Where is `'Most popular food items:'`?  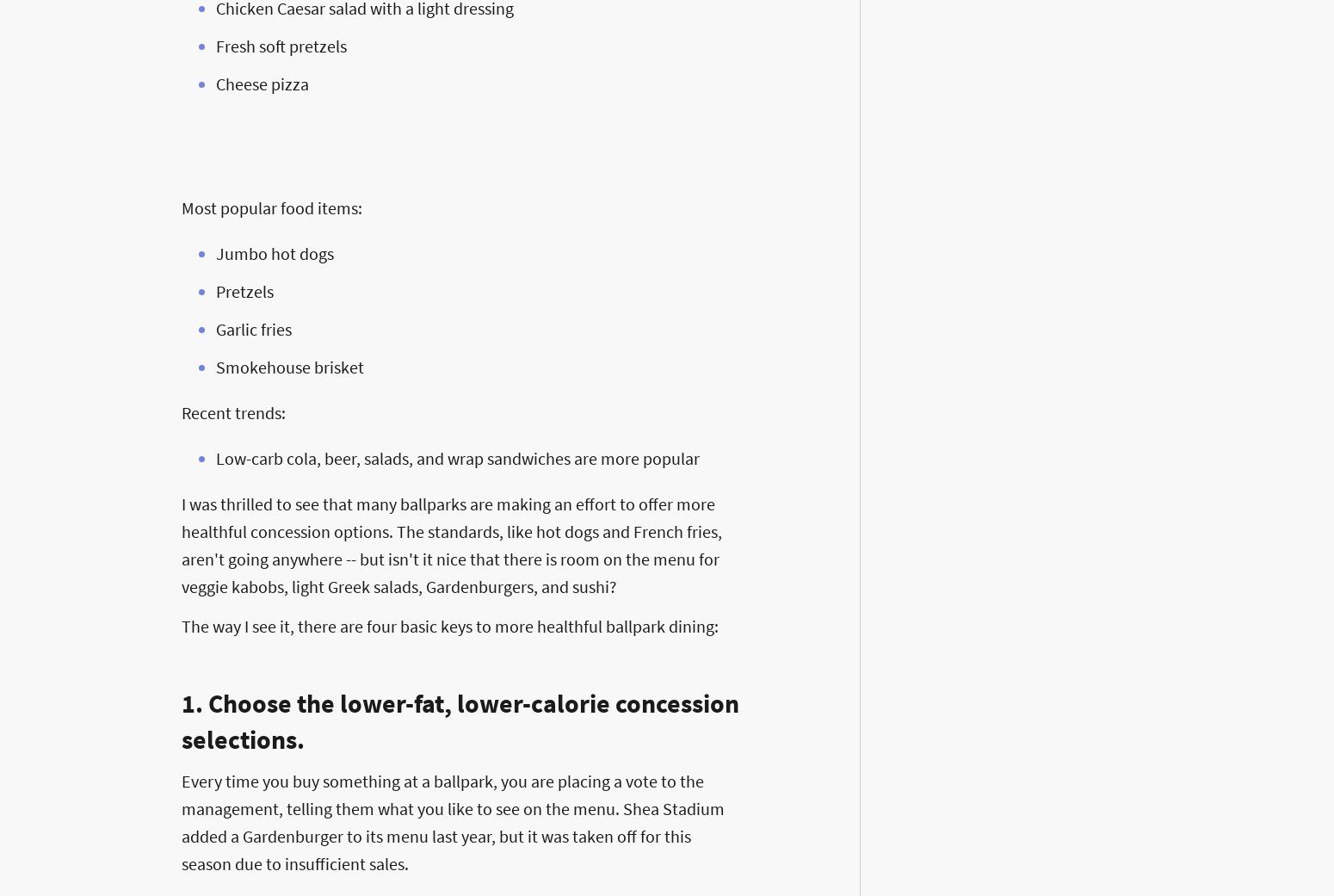 'Most popular food items:' is located at coordinates (271, 207).